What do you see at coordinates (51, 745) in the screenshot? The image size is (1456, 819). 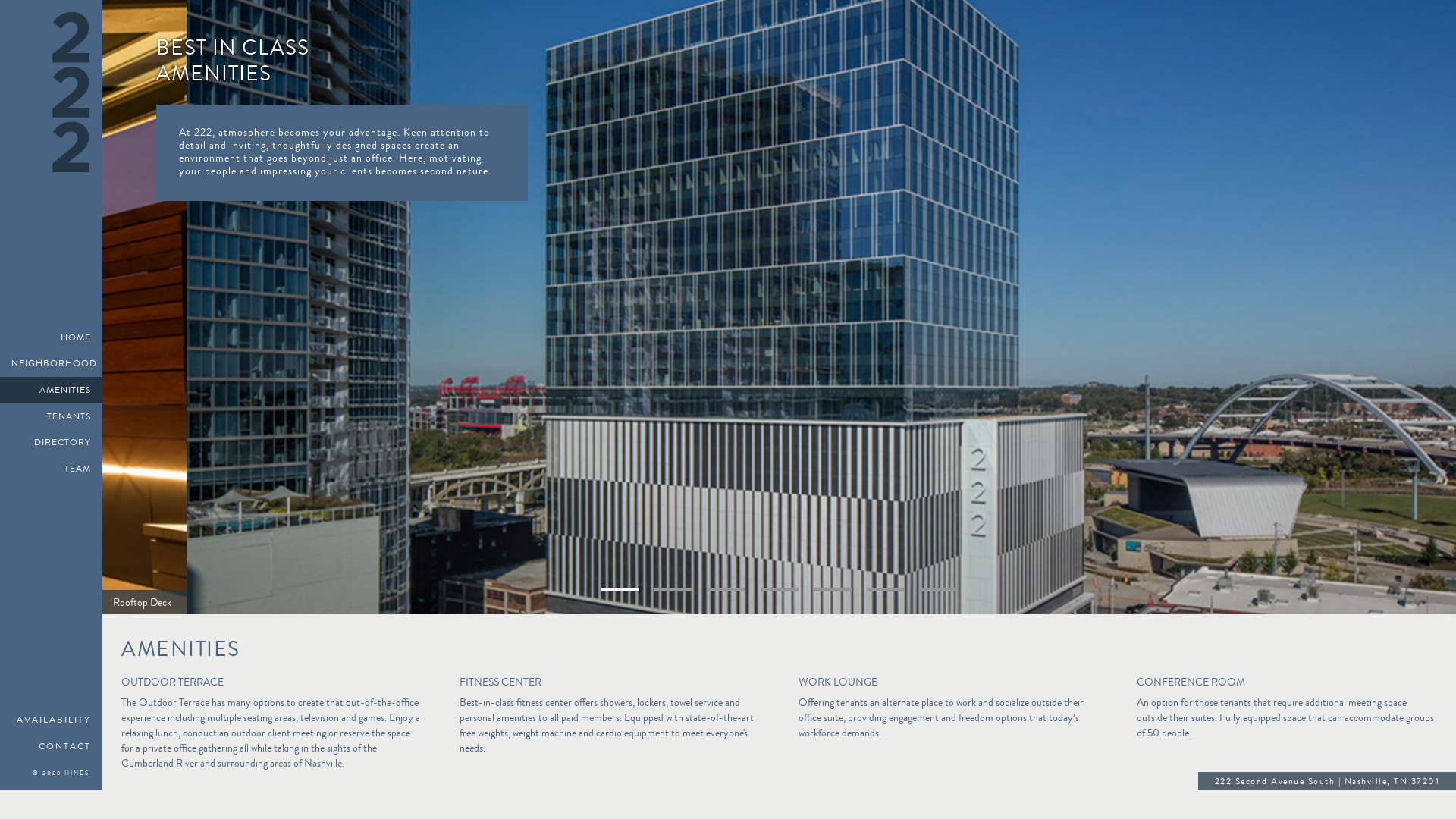 I see `'CONTACT'` at bounding box center [51, 745].